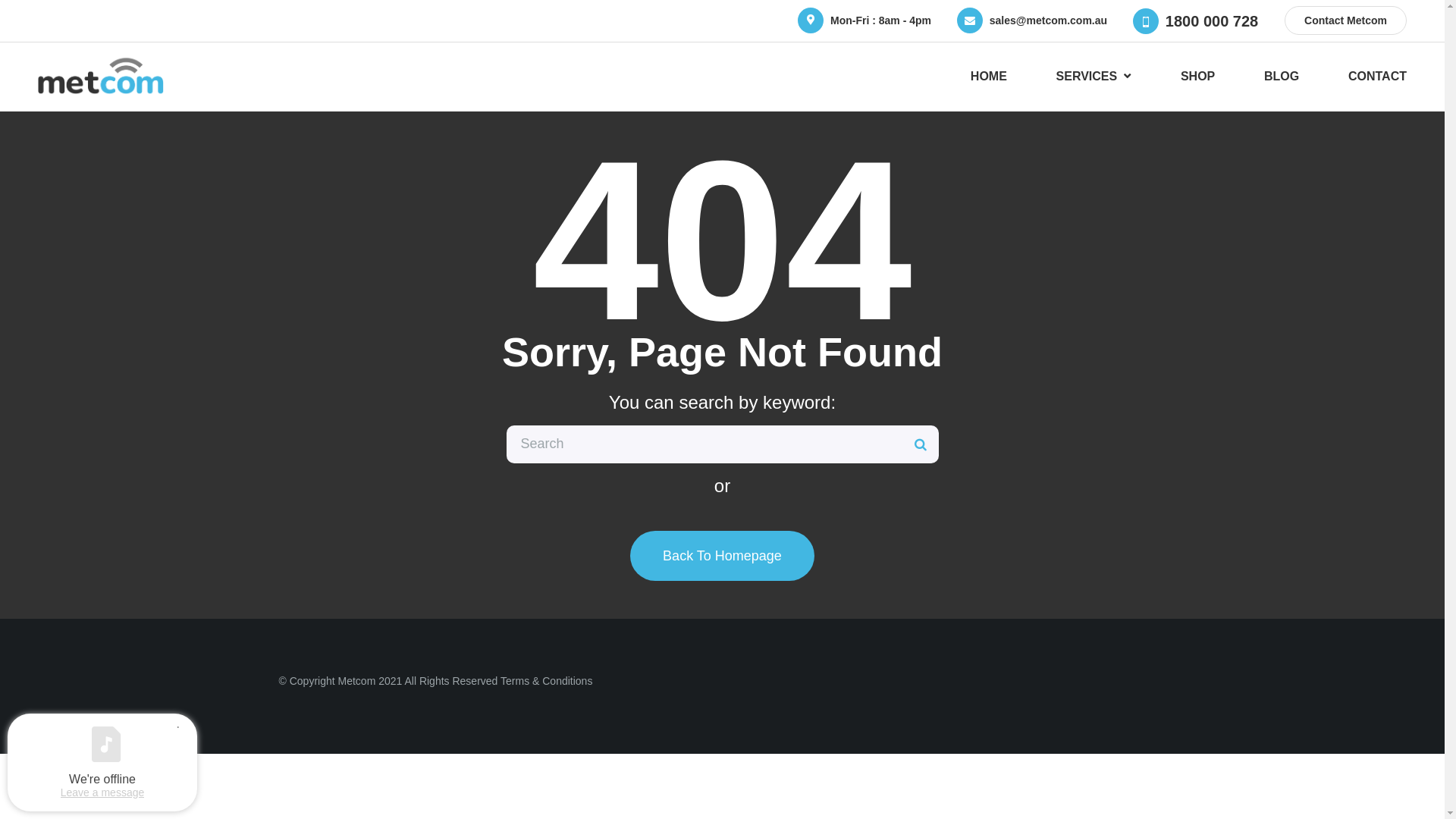 The image size is (1456, 819). I want to click on 'SERVICES', so click(1094, 77).